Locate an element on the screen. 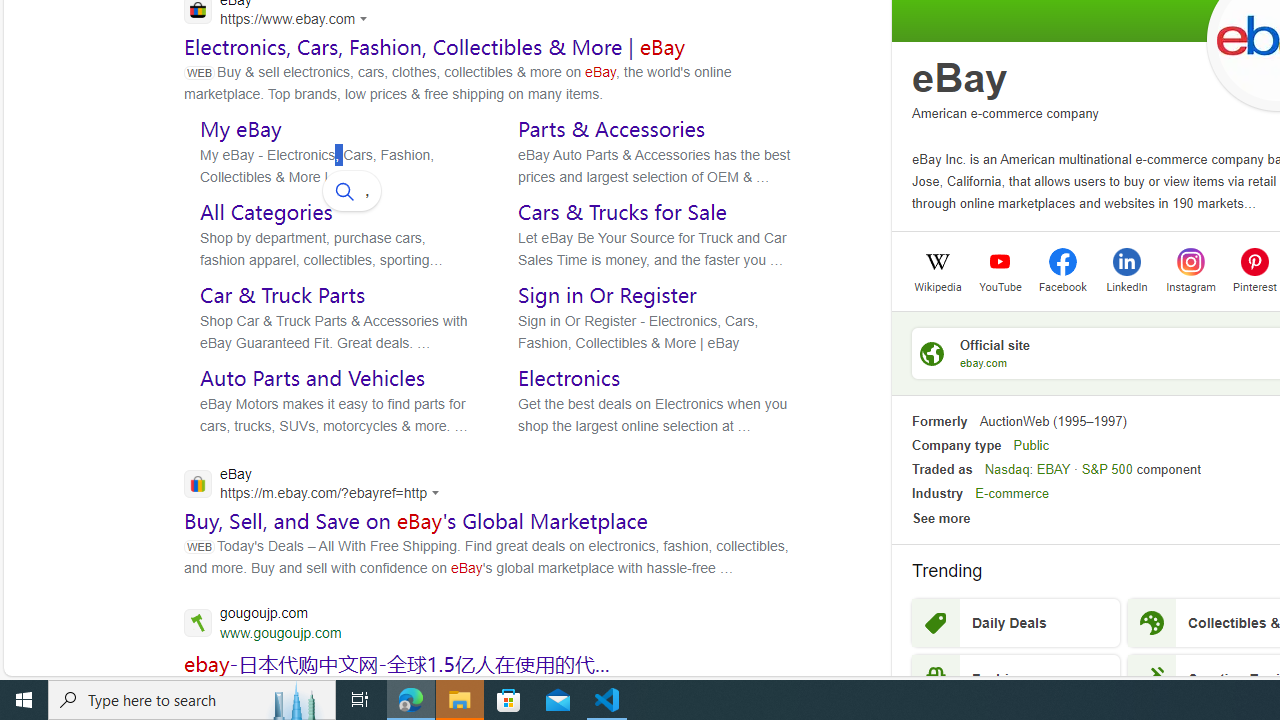 Image resolution: width=1280 pixels, height=720 pixels. 'S&P 500' is located at coordinates (1106, 469).